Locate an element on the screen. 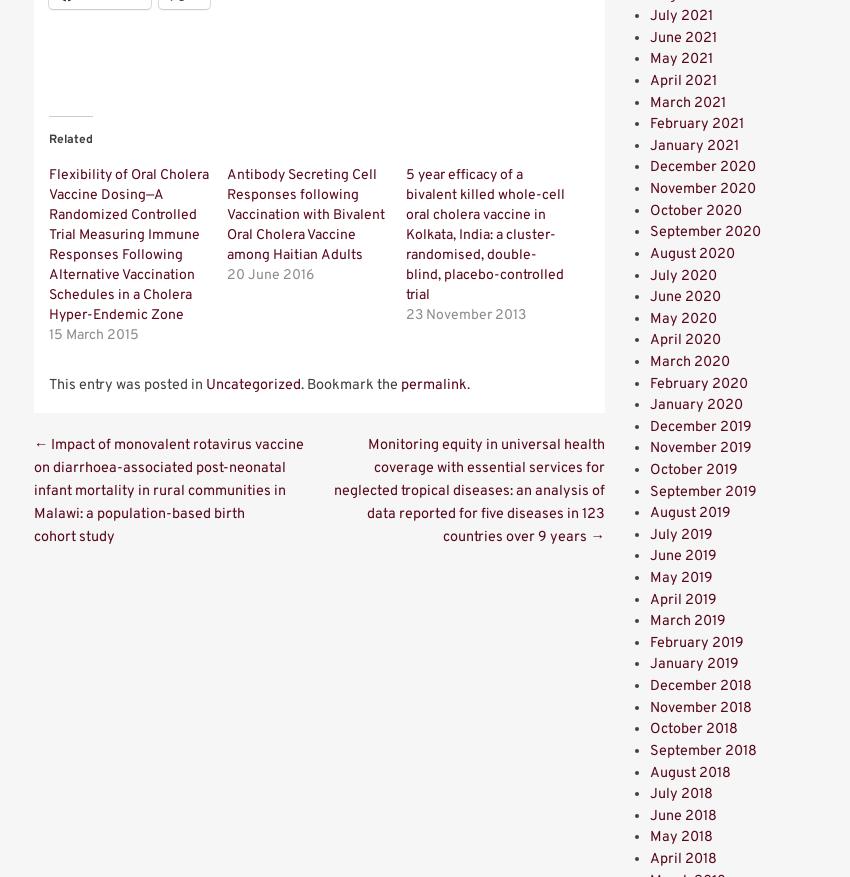 The width and height of the screenshot is (850, 877). 'May 2018' is located at coordinates (680, 837).